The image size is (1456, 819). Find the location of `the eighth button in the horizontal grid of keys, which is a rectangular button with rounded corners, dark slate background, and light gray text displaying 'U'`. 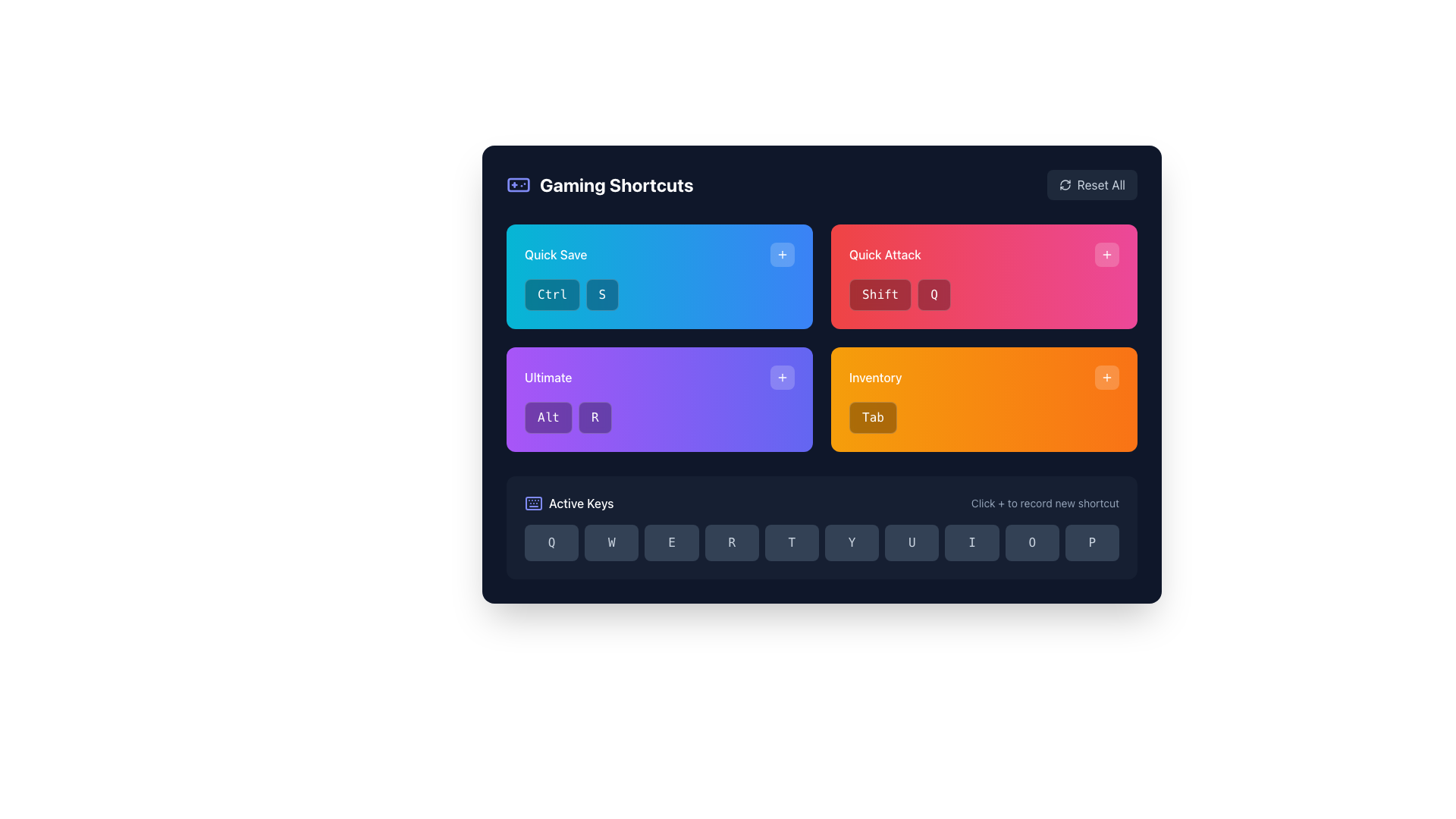

the eighth button in the horizontal grid of keys, which is a rectangular button with rounded corners, dark slate background, and light gray text displaying 'U' is located at coordinates (911, 542).